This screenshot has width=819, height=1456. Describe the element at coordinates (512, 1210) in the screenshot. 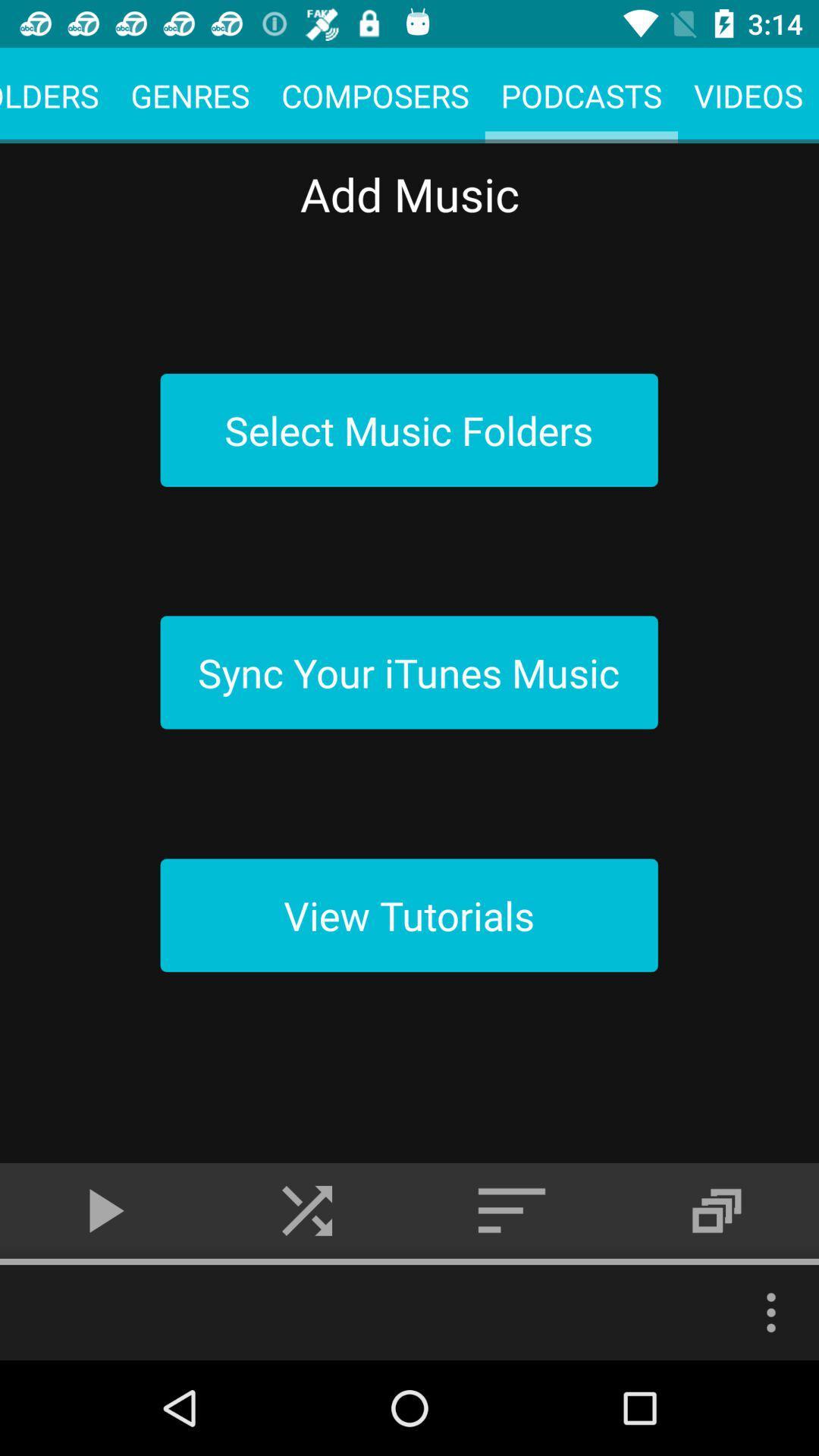

I see `the filter_list icon` at that location.